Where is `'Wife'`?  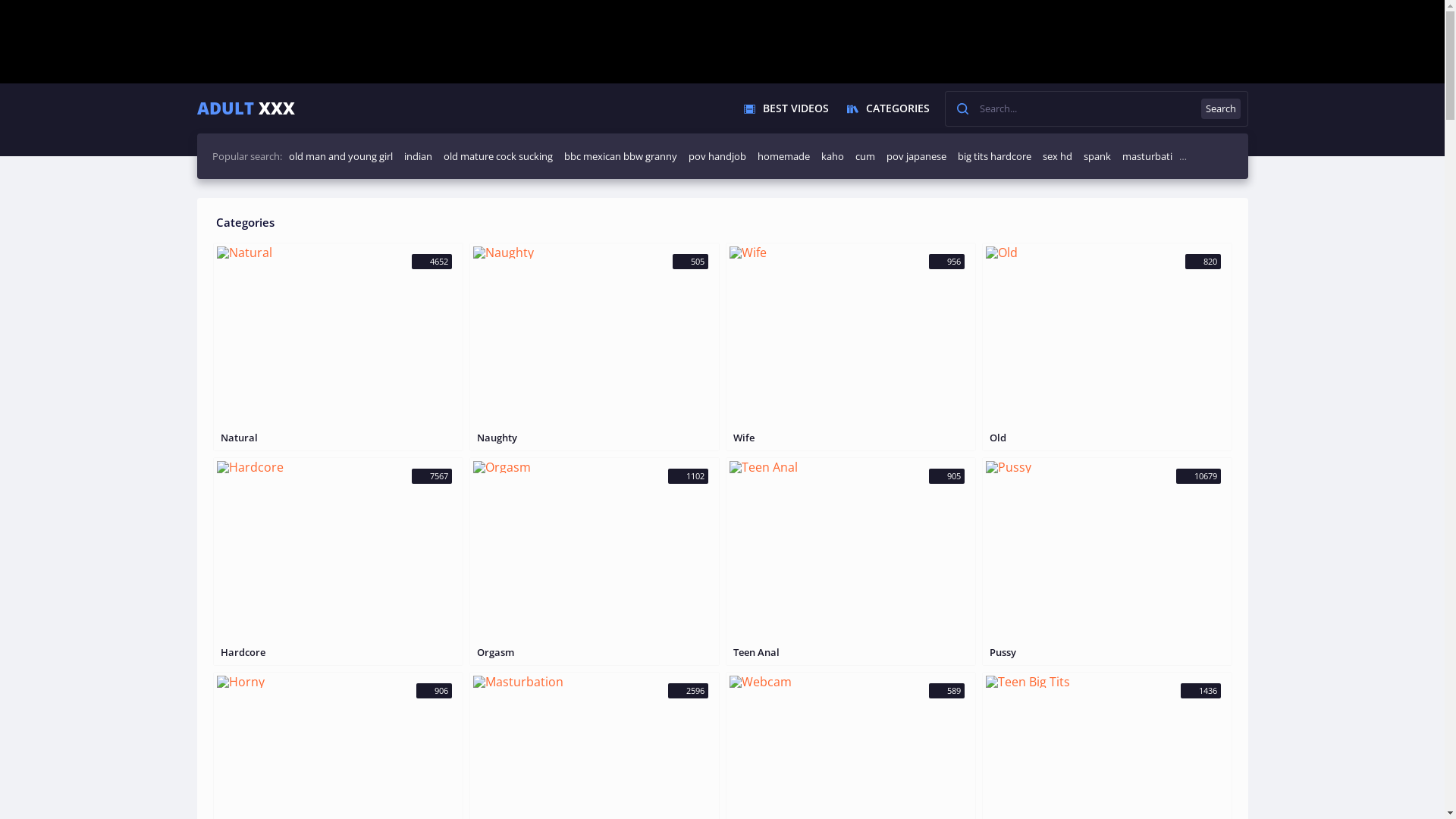
'Wife' is located at coordinates (851, 438).